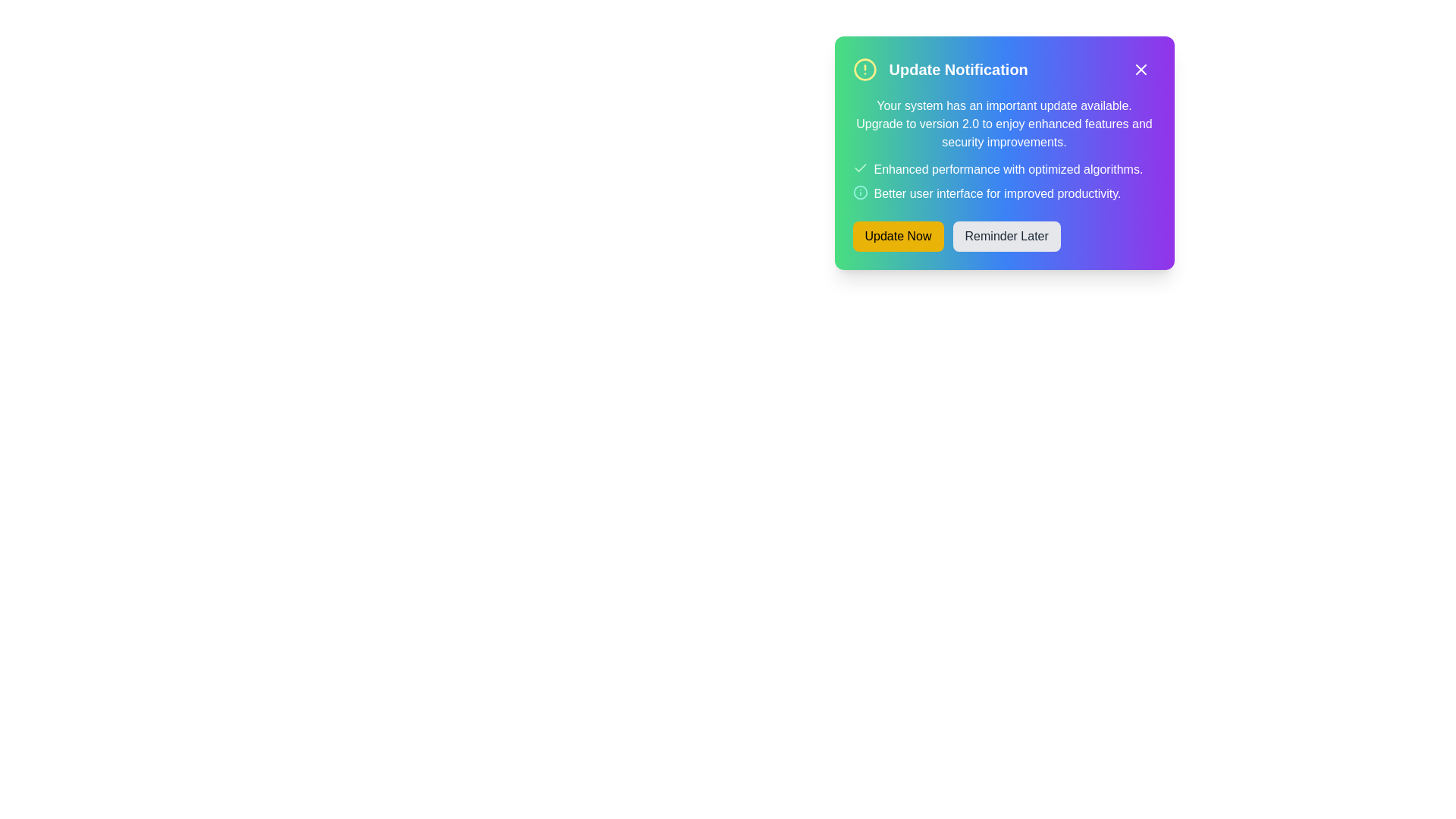 This screenshot has height=819, width=1456. Describe the element at coordinates (860, 168) in the screenshot. I see `the checkmark icon within the 'Update Notification' dialog box, indicating successful completion or confirmation` at that location.